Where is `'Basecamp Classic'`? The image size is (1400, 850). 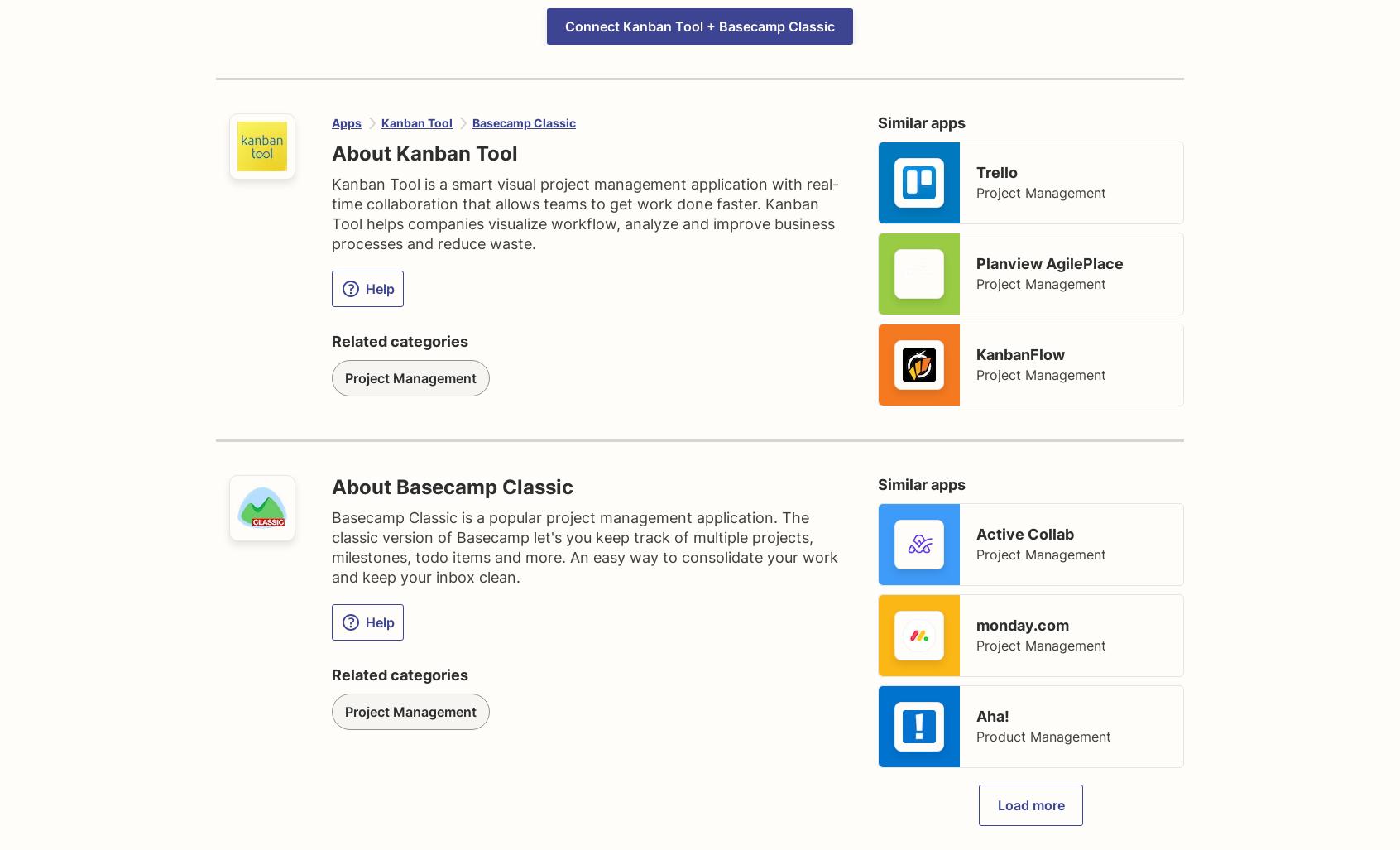
'Basecamp Classic' is located at coordinates (472, 122).